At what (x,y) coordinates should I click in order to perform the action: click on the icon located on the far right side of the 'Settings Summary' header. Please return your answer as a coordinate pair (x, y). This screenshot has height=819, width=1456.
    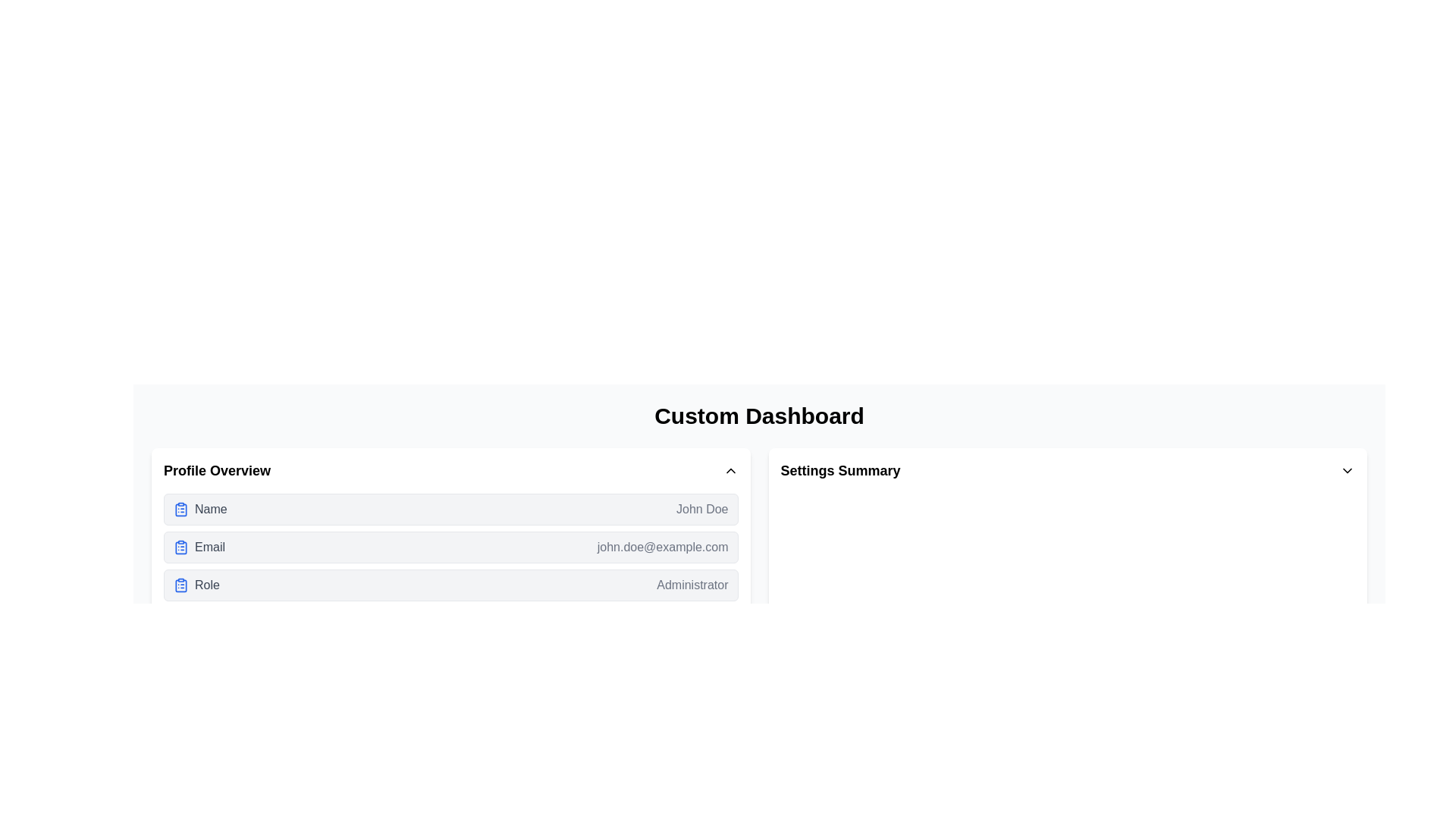
    Looking at the image, I should click on (1347, 470).